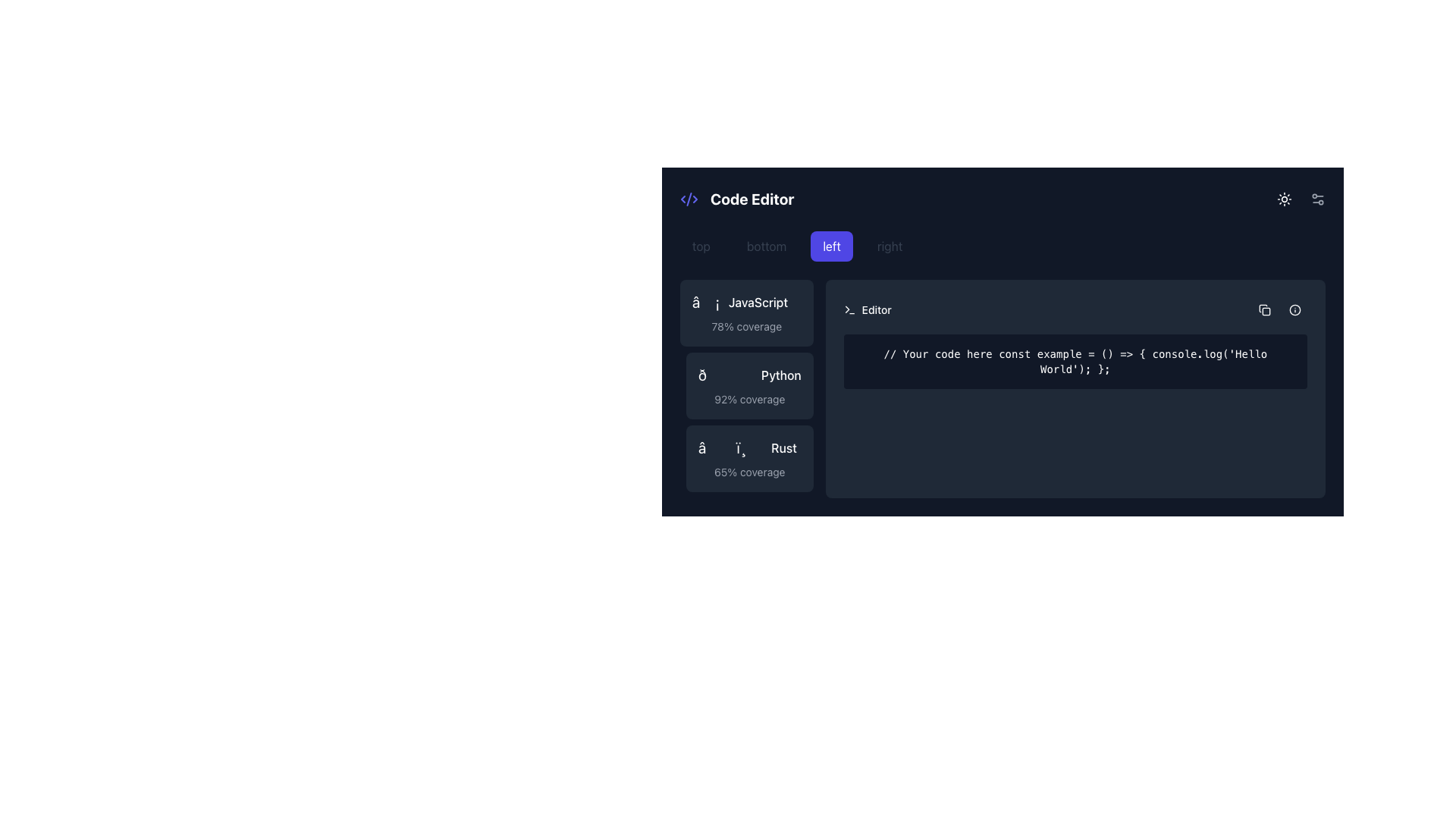  Describe the element at coordinates (877, 309) in the screenshot. I see `the text label displaying the word 'Editor', which is styled with a medium font weight and small font size, positioned to the right of a terminal icon in a horizontal layout` at that location.